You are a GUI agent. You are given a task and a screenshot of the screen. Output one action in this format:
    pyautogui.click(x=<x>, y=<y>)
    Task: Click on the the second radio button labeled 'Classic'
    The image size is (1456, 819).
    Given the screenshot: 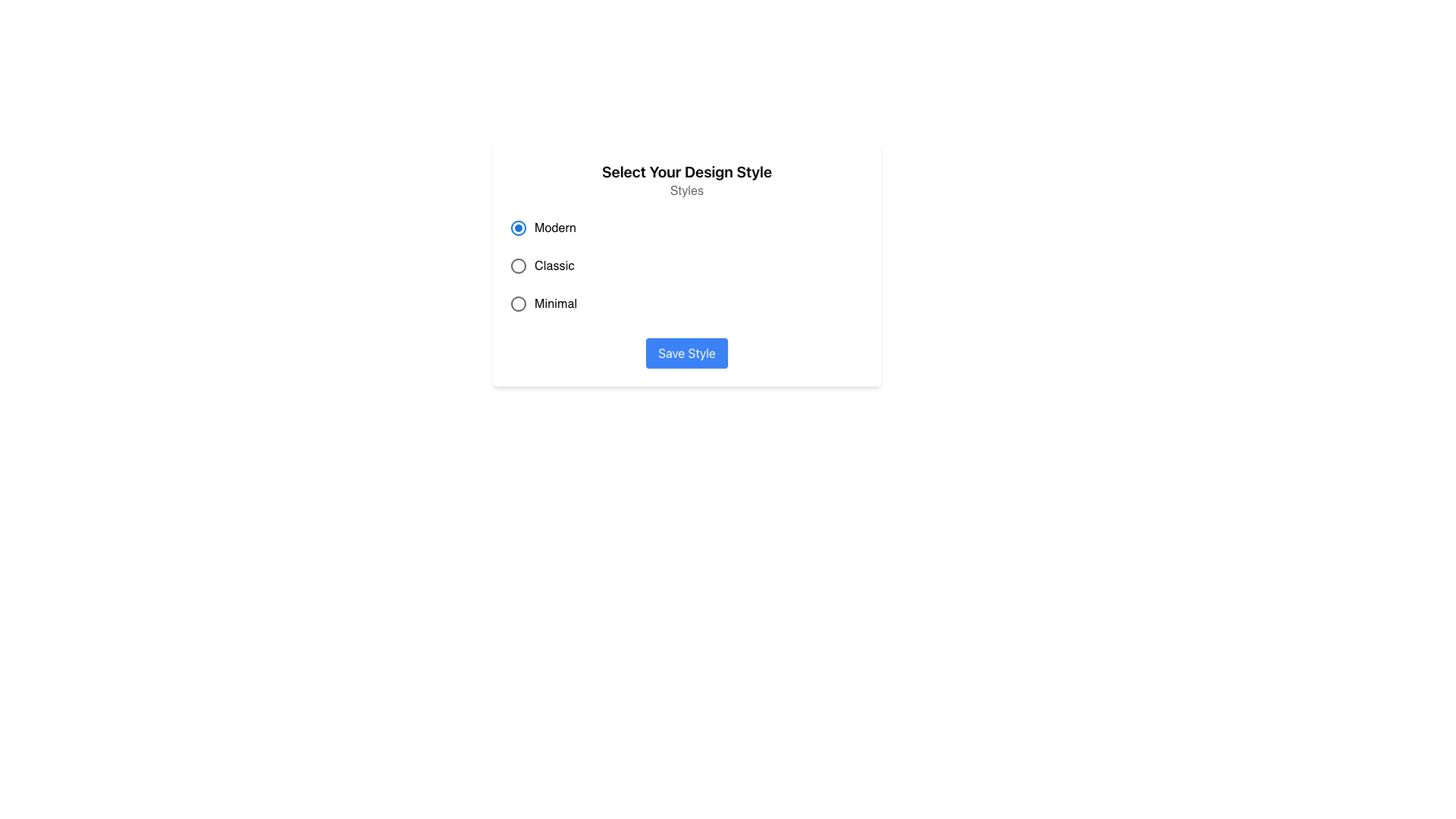 What is the action you would take?
    pyautogui.click(x=519, y=265)
    